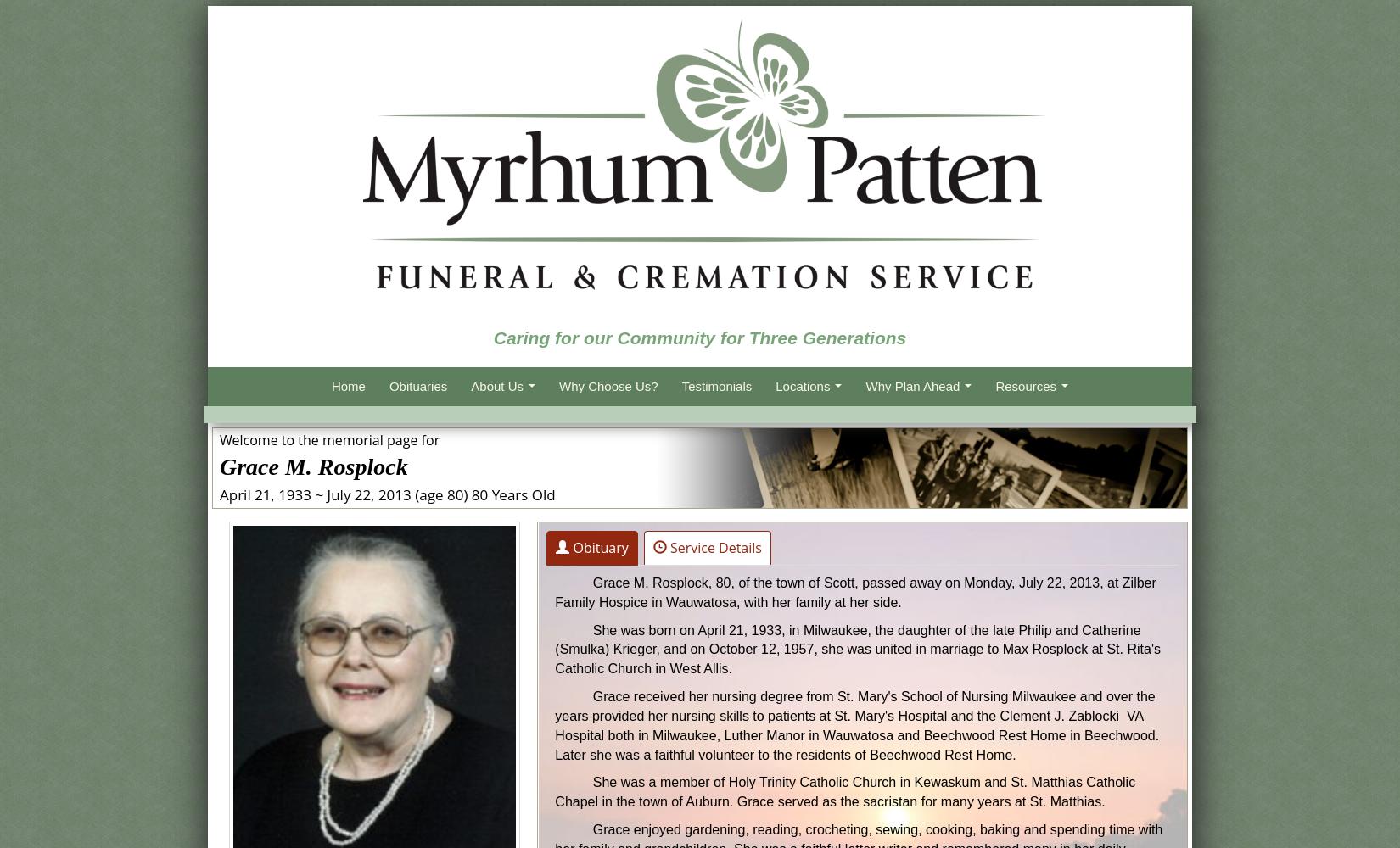  I want to click on 'Service Details', so click(714, 548).